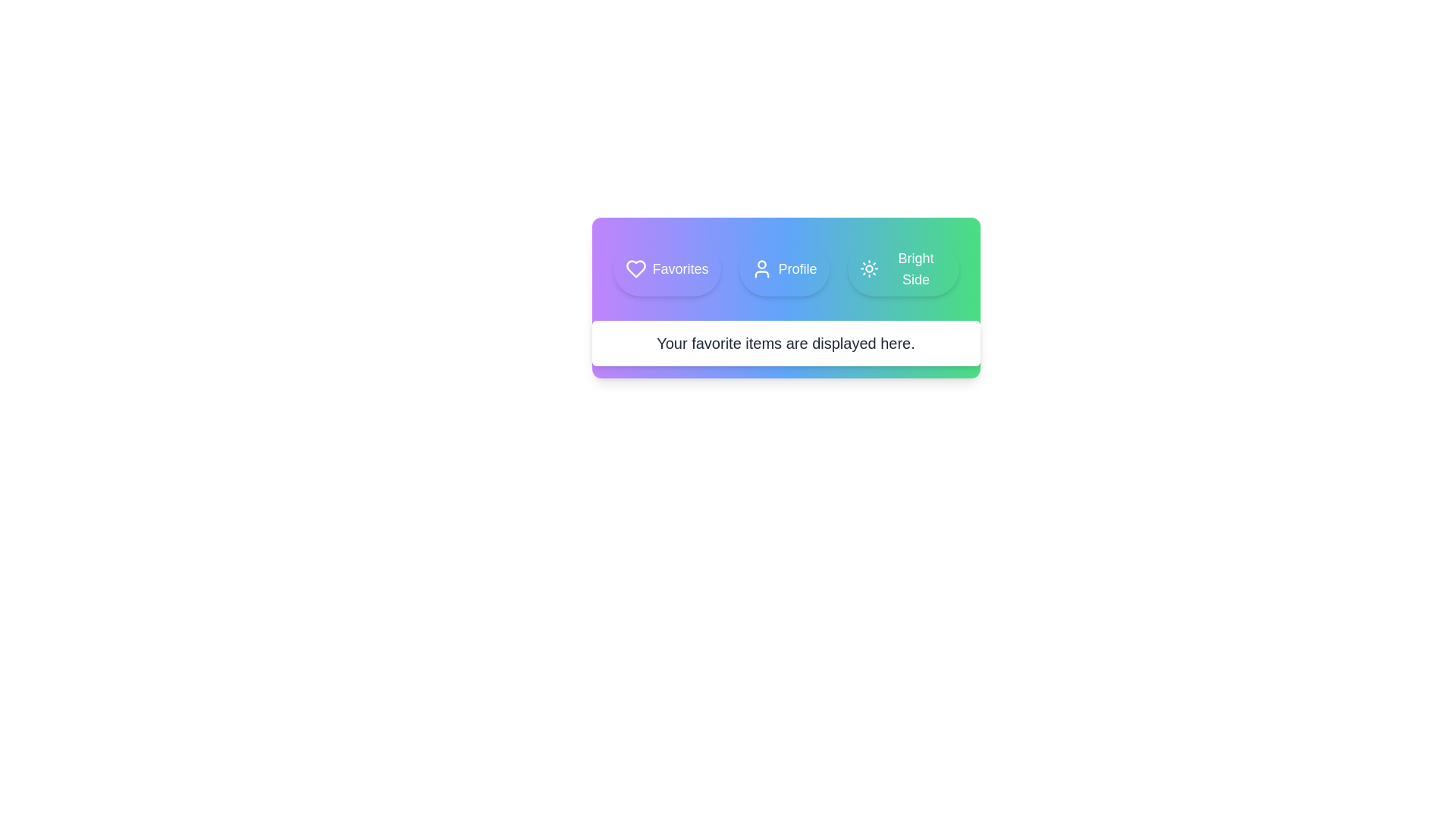 The image size is (1456, 819). Describe the element at coordinates (784, 268) in the screenshot. I see `the Profile tab to view its content` at that location.